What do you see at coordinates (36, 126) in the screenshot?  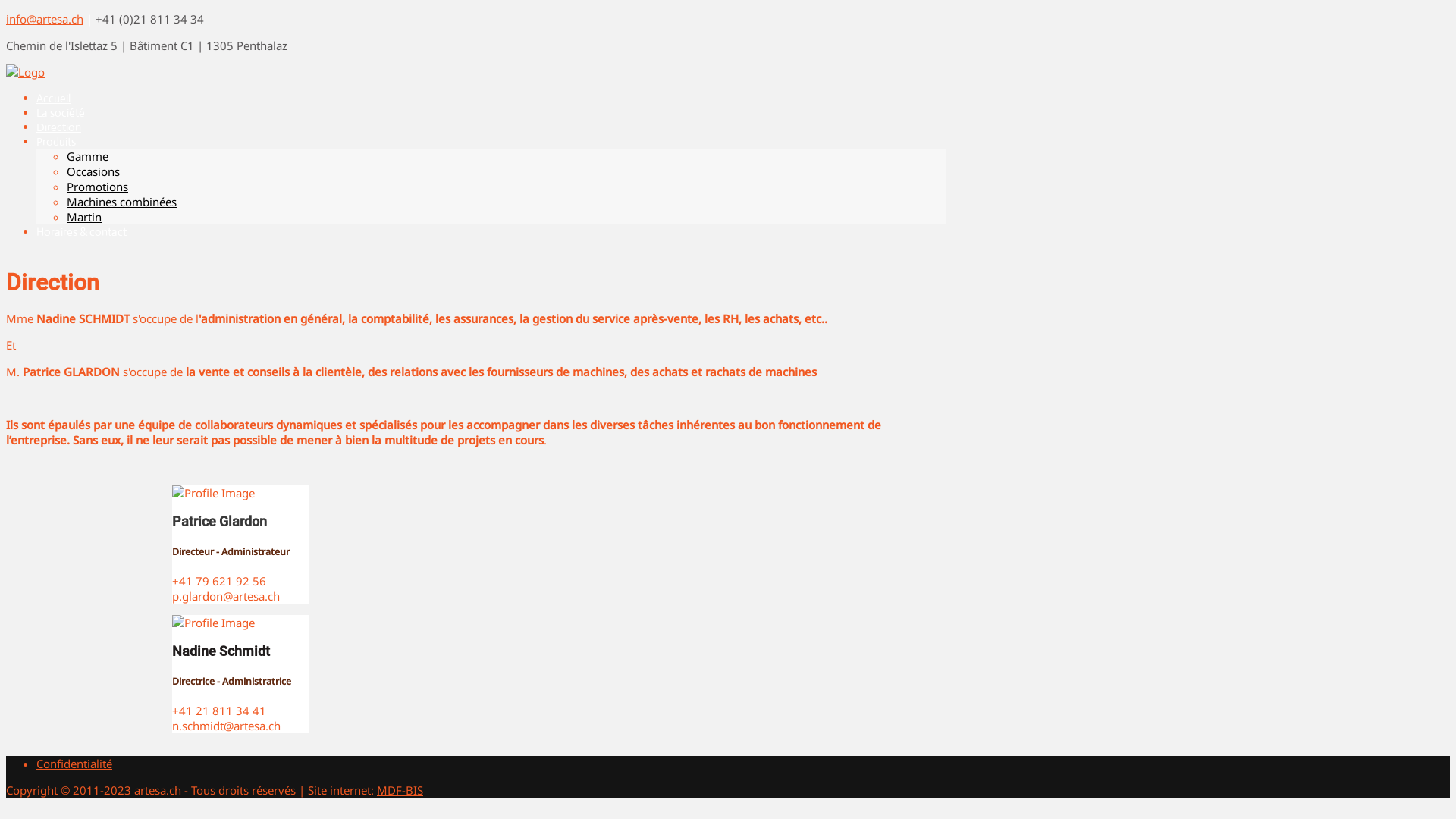 I see `'Direction'` at bounding box center [36, 126].